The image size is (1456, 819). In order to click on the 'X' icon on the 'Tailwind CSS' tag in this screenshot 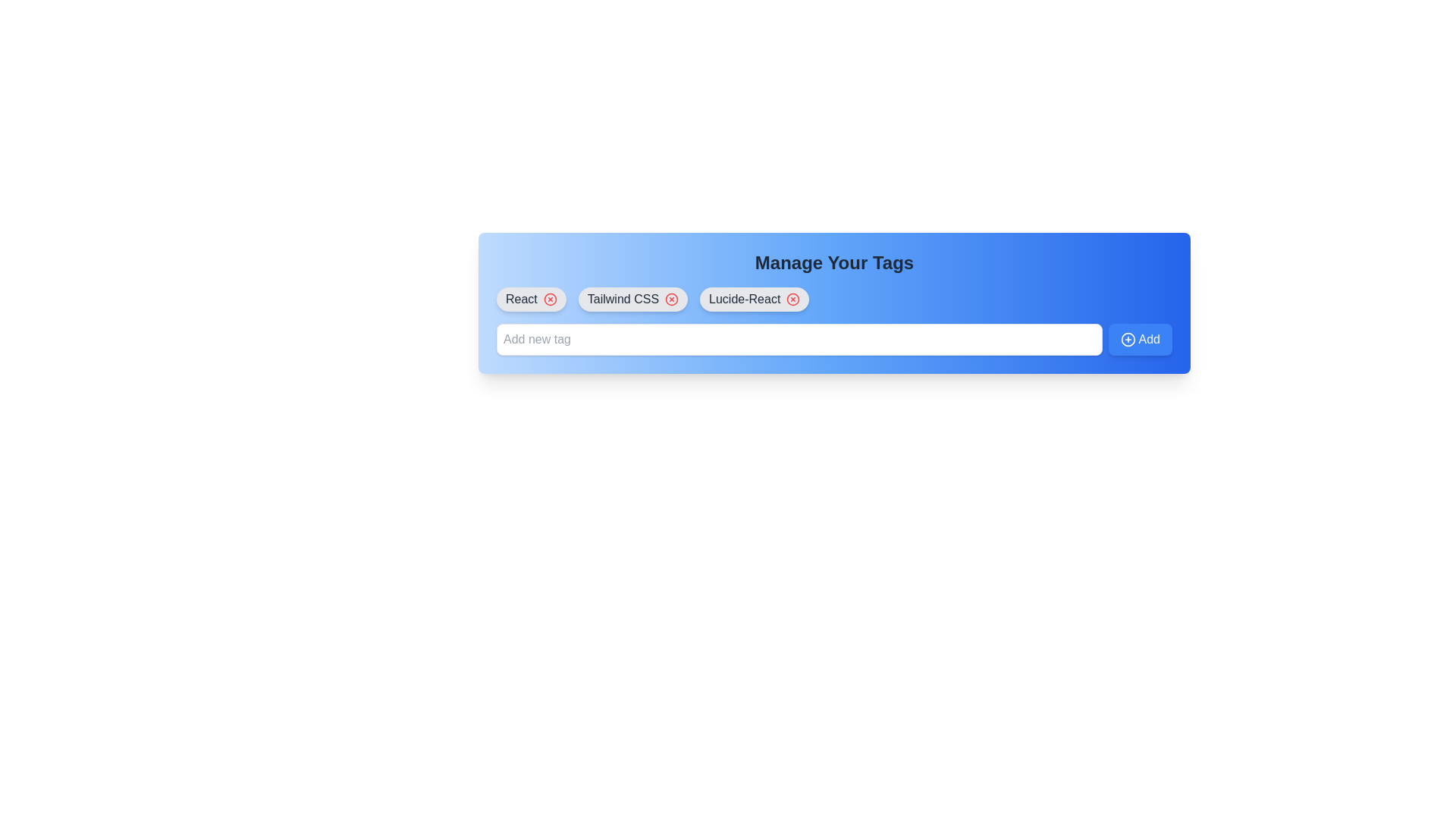, I will do `click(633, 299)`.